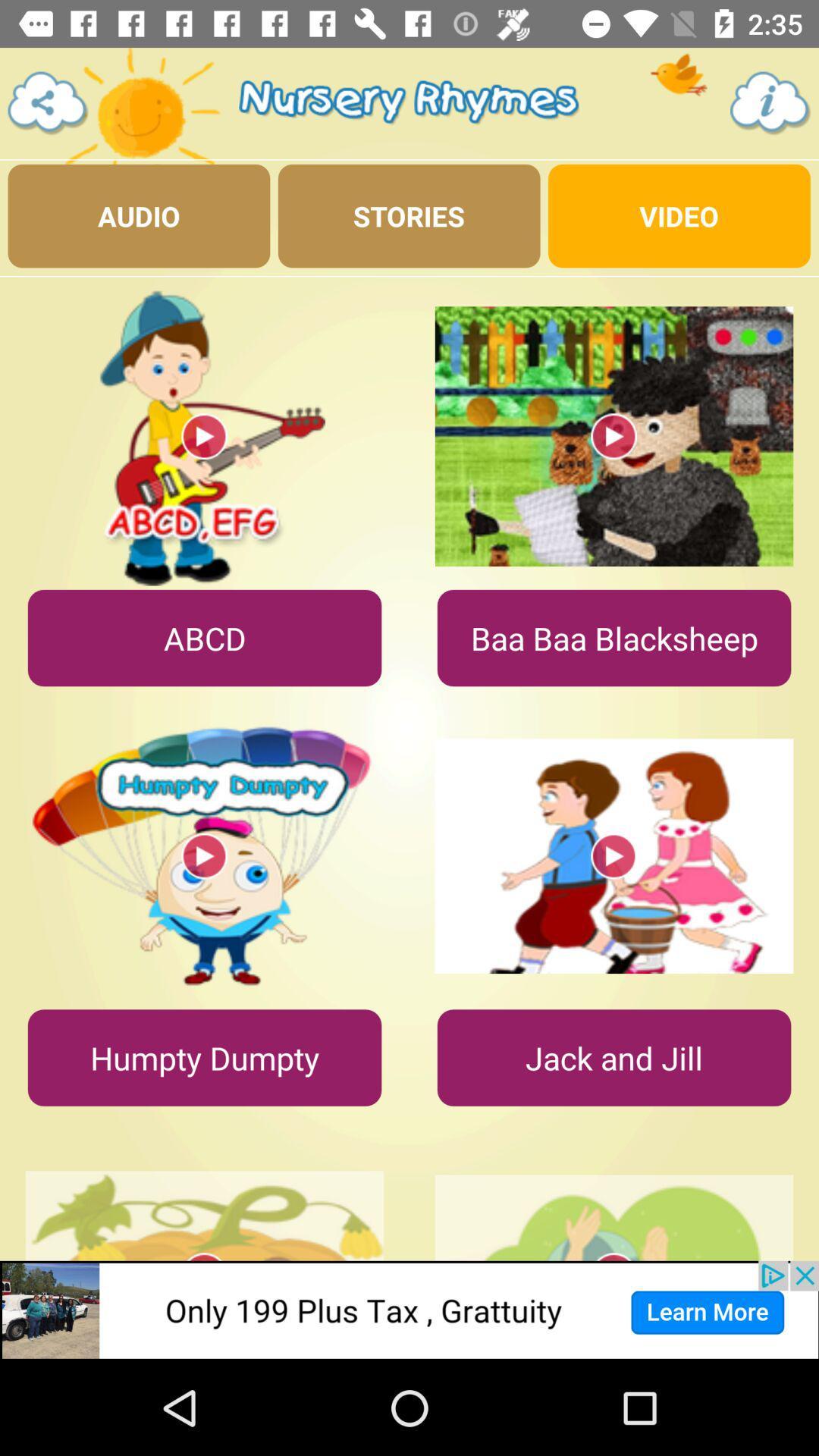  Describe the element at coordinates (47, 102) in the screenshot. I see `share` at that location.